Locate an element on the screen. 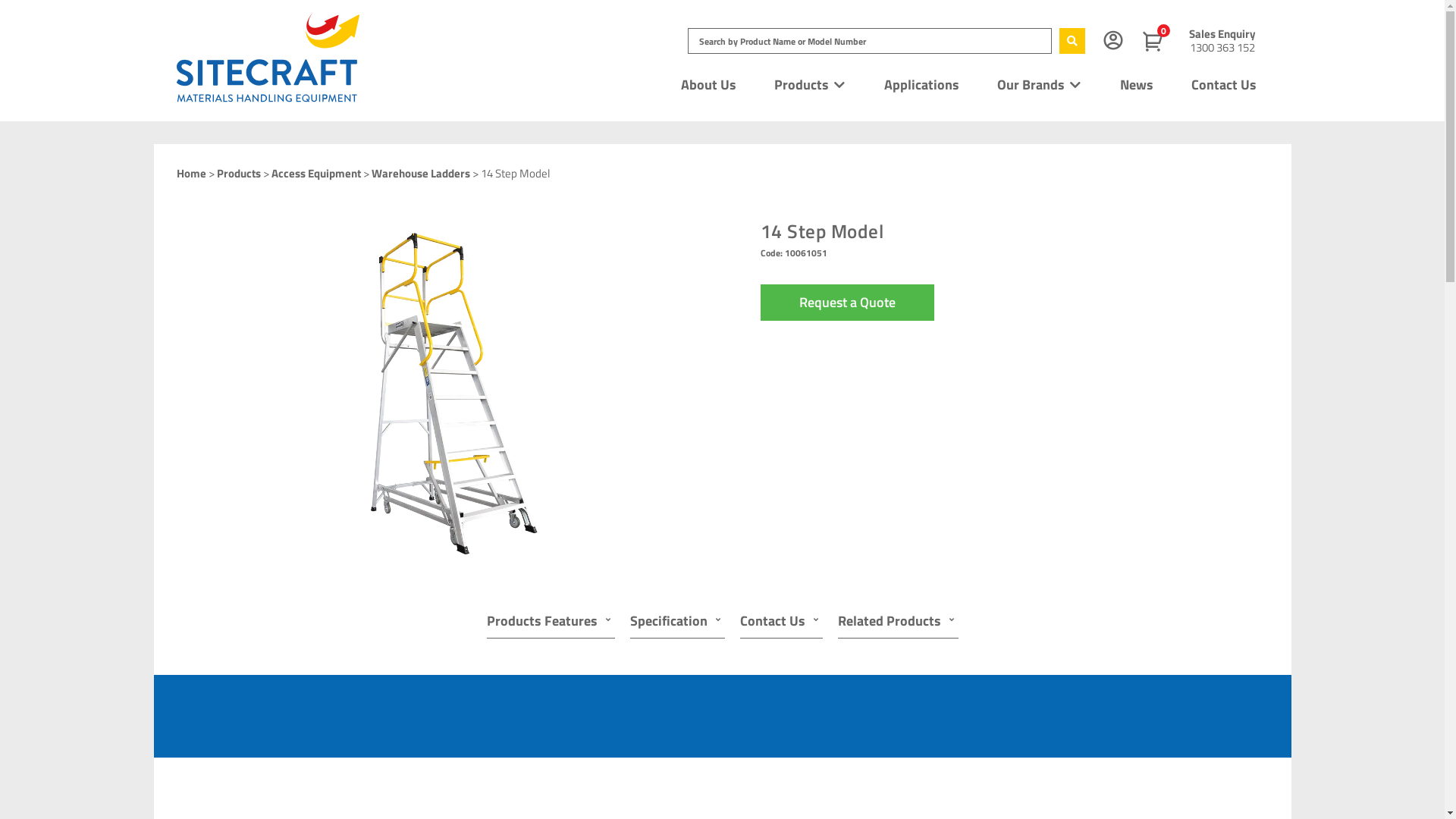  'Warehouse Ladders' is located at coordinates (421, 172).